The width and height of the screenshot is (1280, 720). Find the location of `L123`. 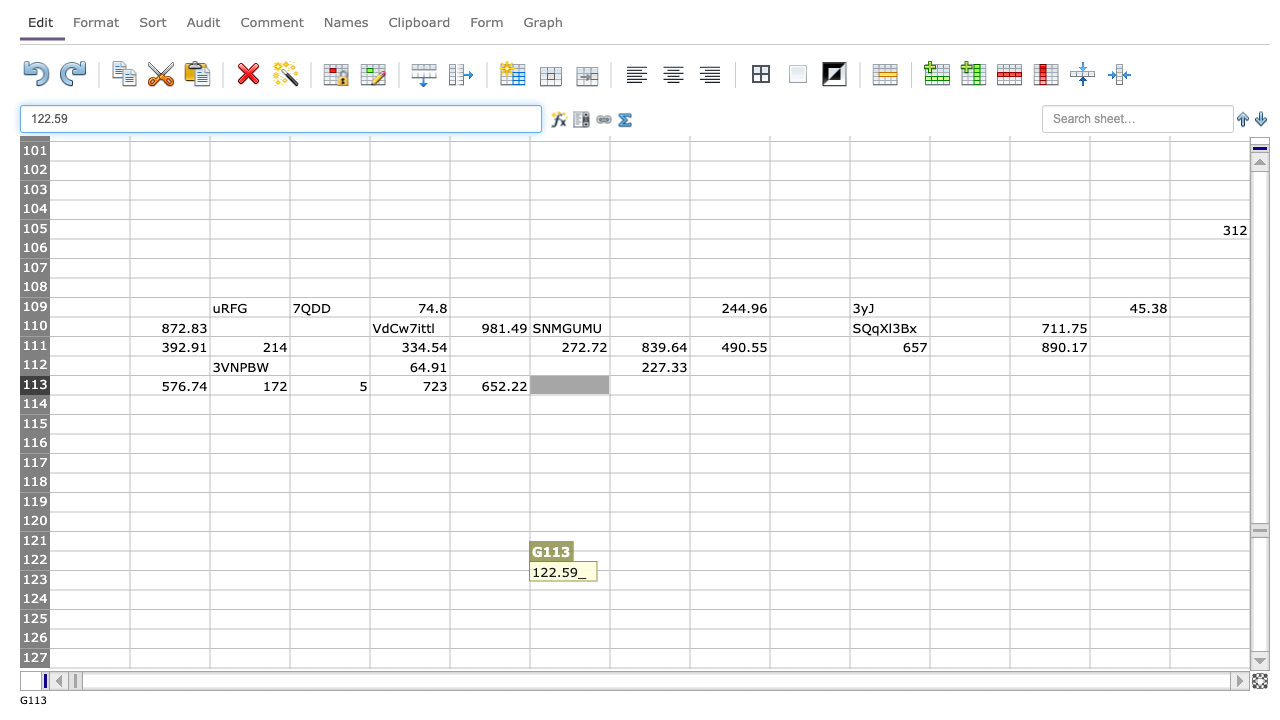

L123 is located at coordinates (969, 580).